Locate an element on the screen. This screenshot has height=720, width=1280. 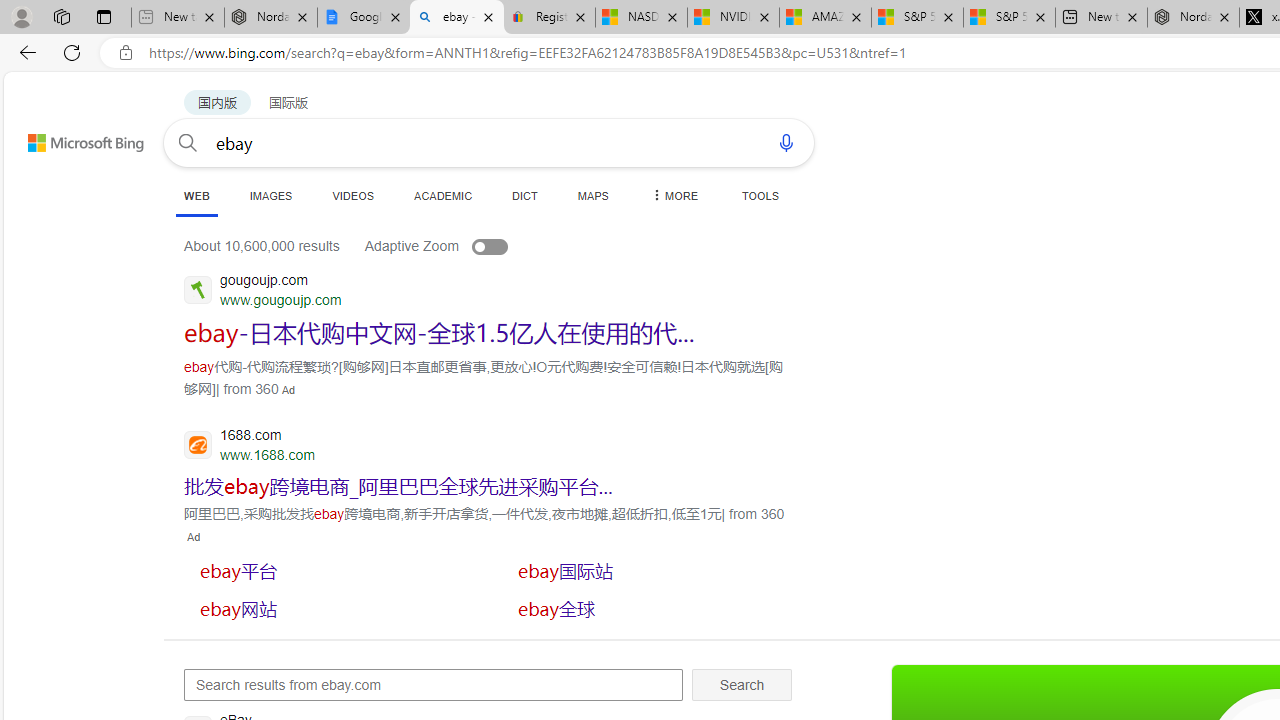
'Back to Bing search' is located at coordinates (73, 137).